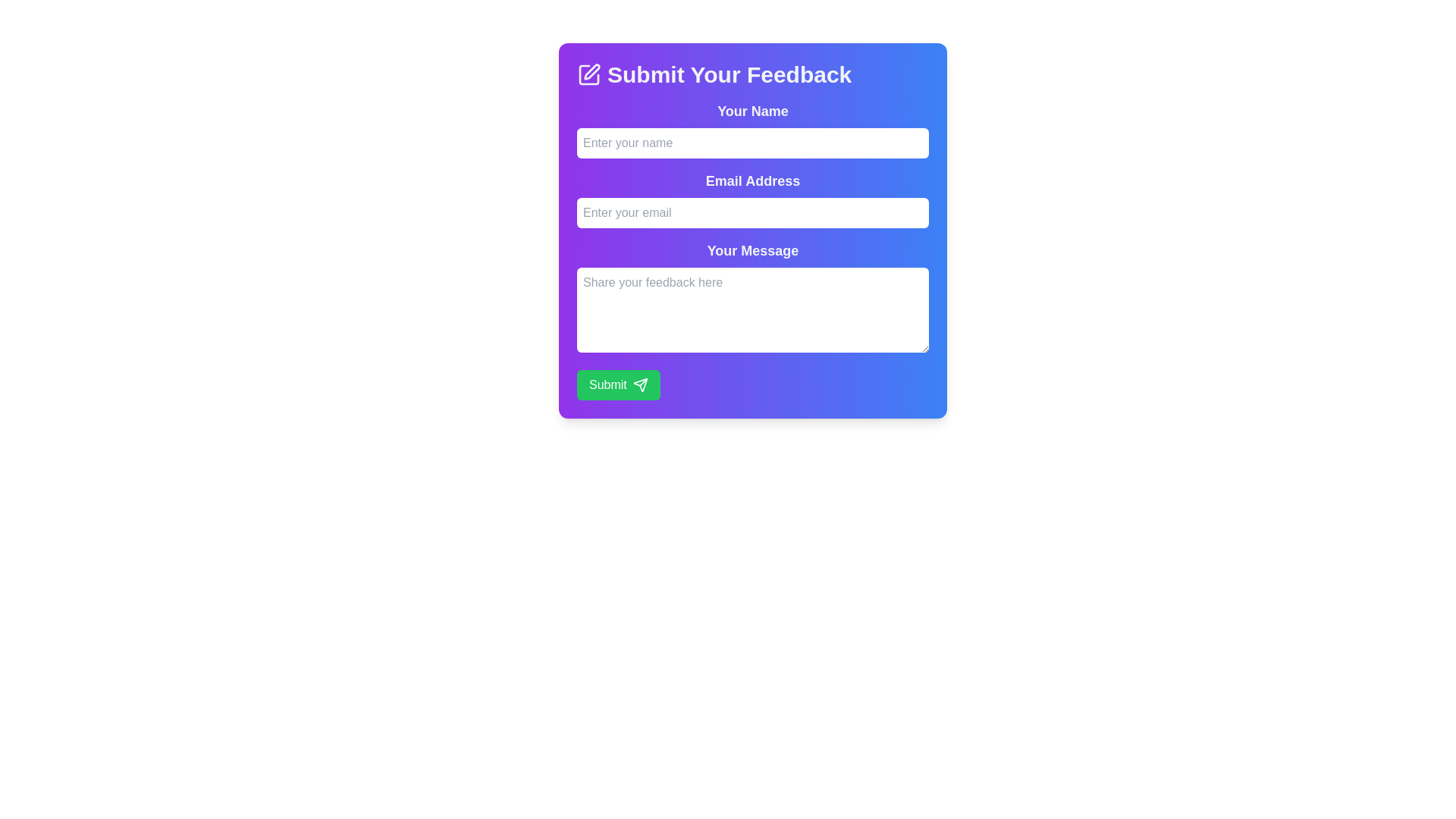  Describe the element at coordinates (591, 72) in the screenshot. I see `the segment of the pen icon located in the top-left corner of the feedback form's header` at that location.